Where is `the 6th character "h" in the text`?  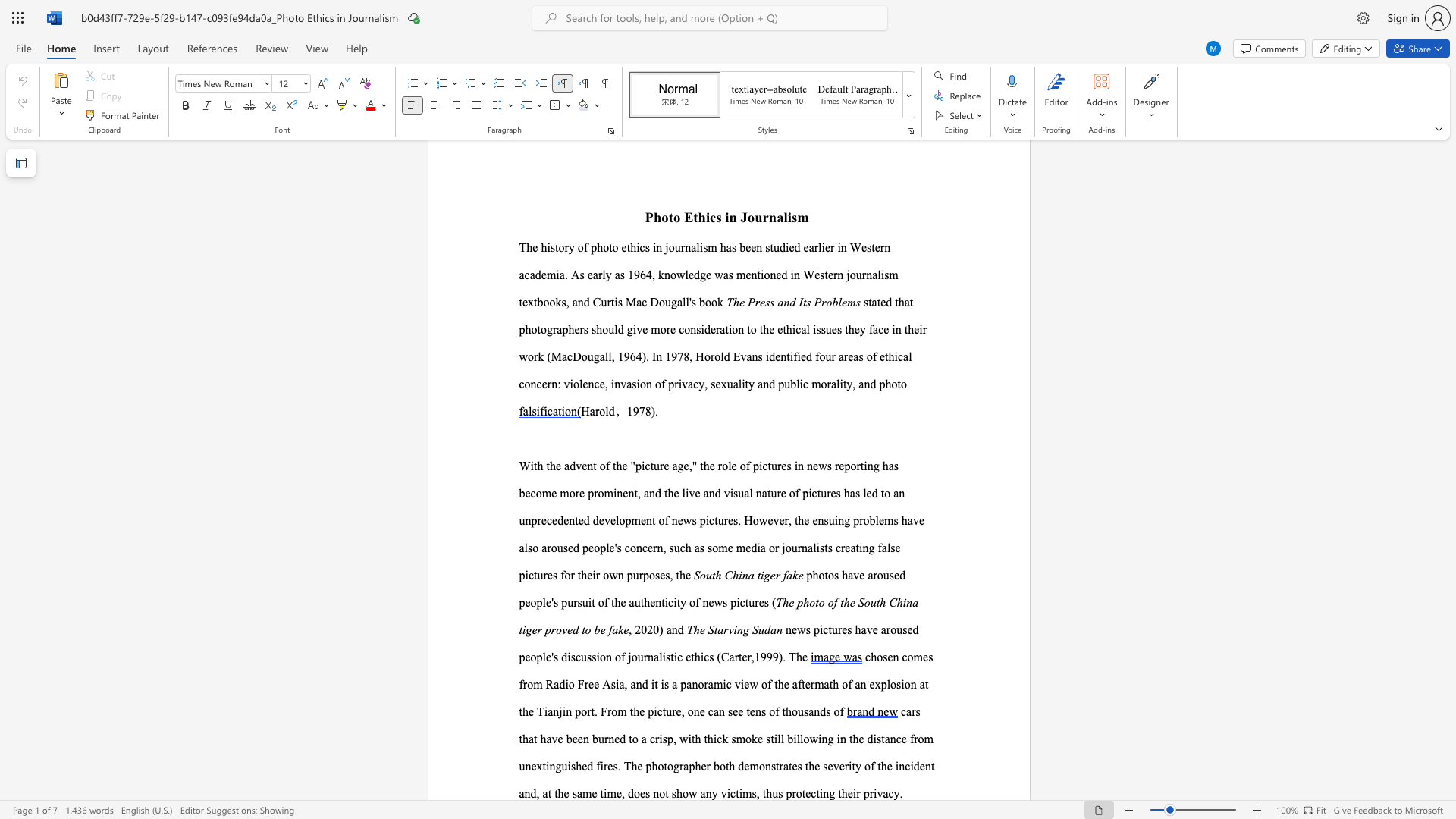
the 6th character "h" in the text is located at coordinates (843, 792).